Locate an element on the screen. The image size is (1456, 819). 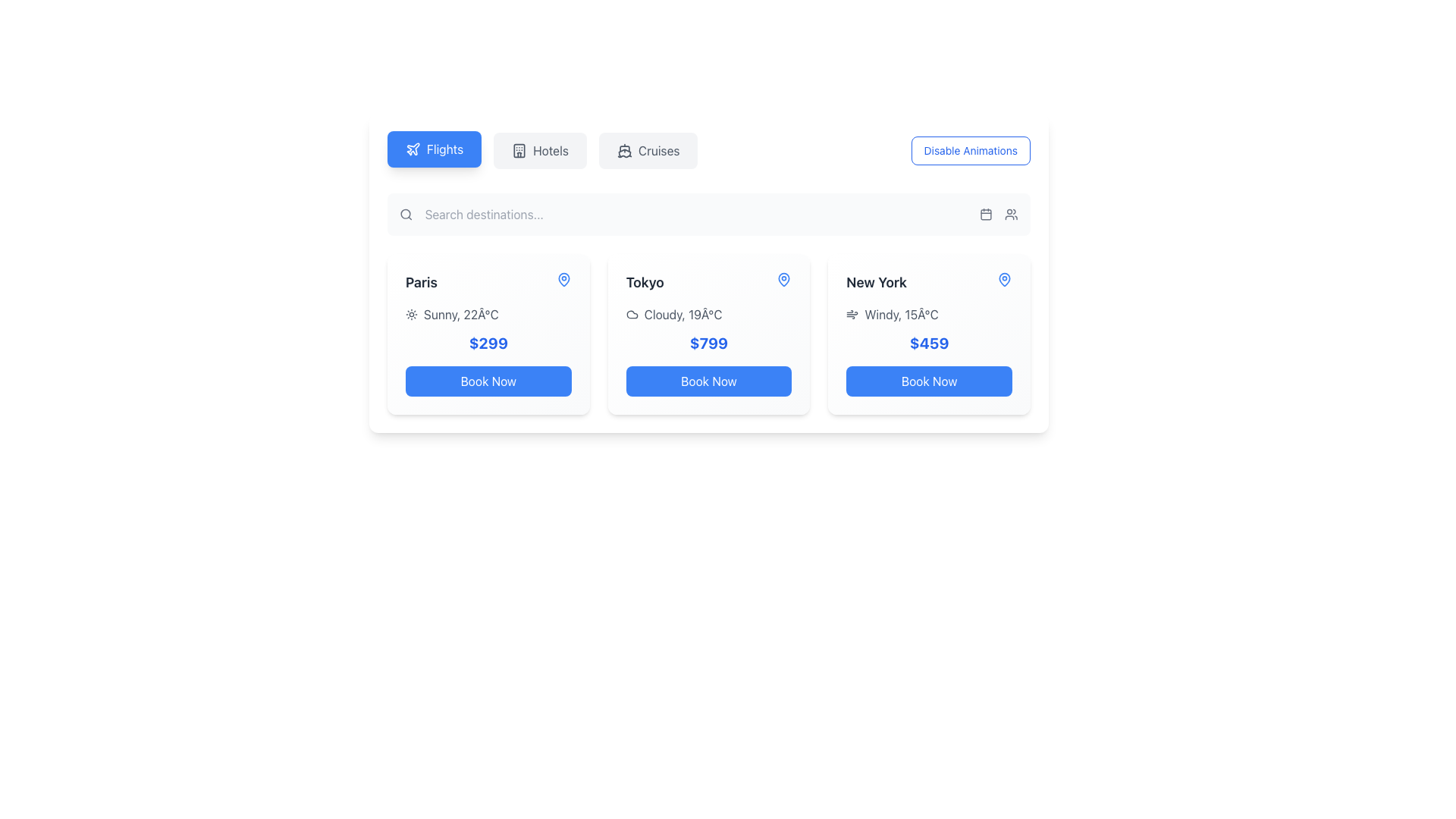
the prominent Text label displaying '$799' in a large blue font, located in the middle card of the horizontally scrolling section, below the weather and temperature row, and above the 'Book Now' button is located at coordinates (708, 343).